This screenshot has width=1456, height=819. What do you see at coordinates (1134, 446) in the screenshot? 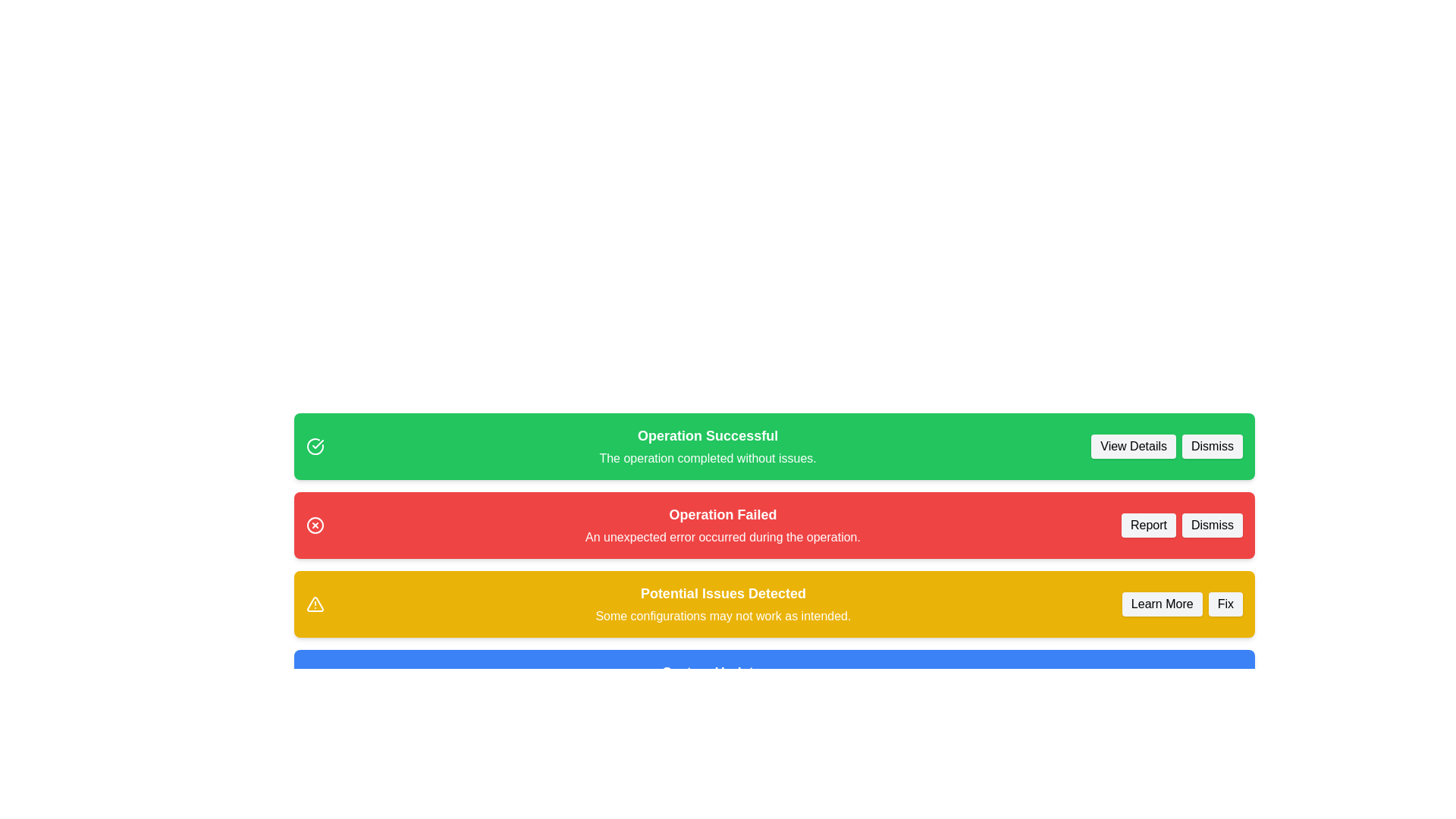
I see `the button located in the green notification bar labeled 'Operation Successful'` at bounding box center [1134, 446].